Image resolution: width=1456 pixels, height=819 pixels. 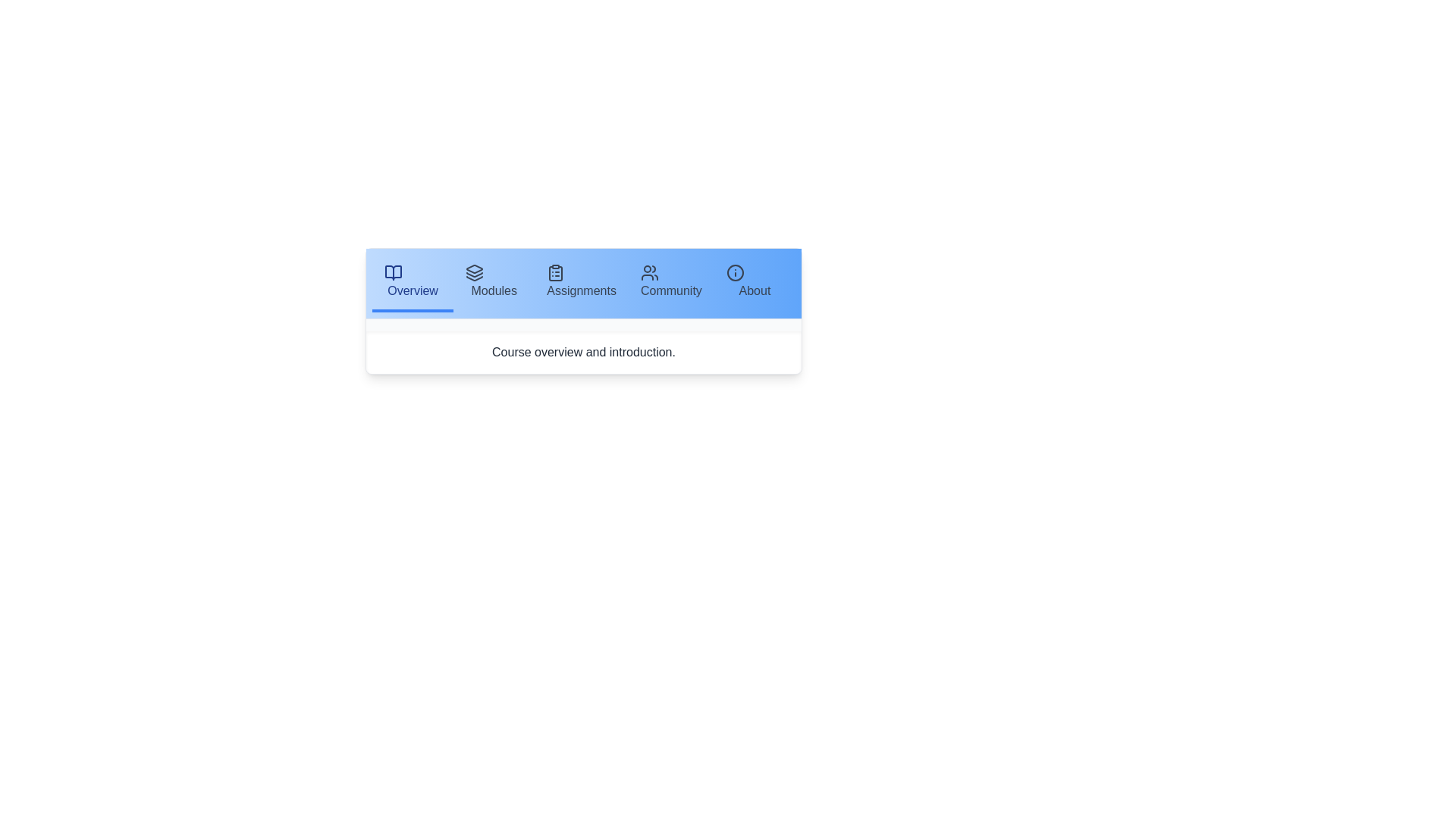 What do you see at coordinates (670, 284) in the screenshot?
I see `the 'Community' button located in the horizontal navigation bar` at bounding box center [670, 284].